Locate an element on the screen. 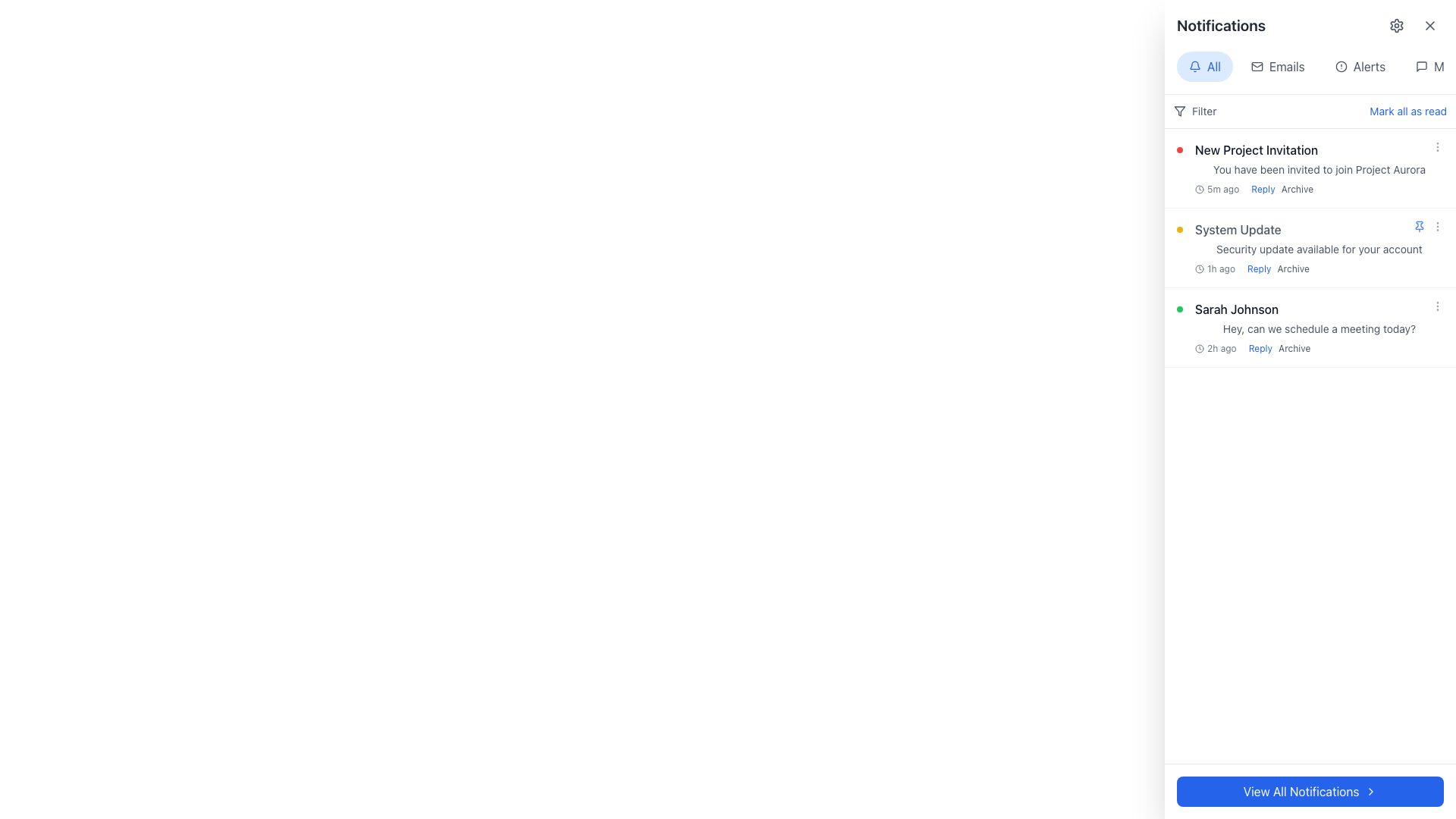 This screenshot has height=819, width=1456. the timestamp element displaying '5m ago' next to the clock icon in the notification for 'New Project Invitation' is located at coordinates (1217, 189).